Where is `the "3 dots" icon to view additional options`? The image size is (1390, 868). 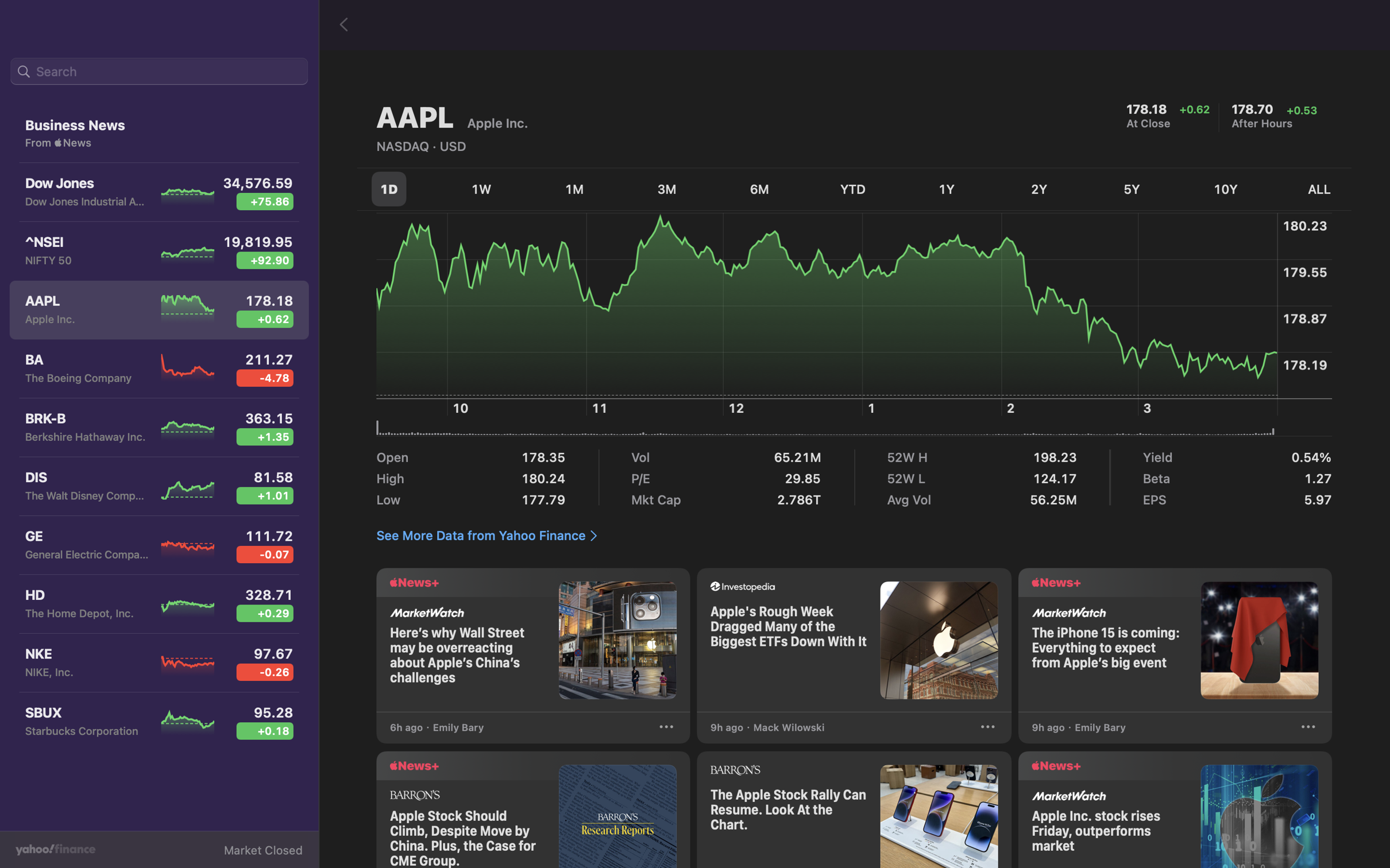 the "3 dots" icon to view additional options is located at coordinates (1307, 728).